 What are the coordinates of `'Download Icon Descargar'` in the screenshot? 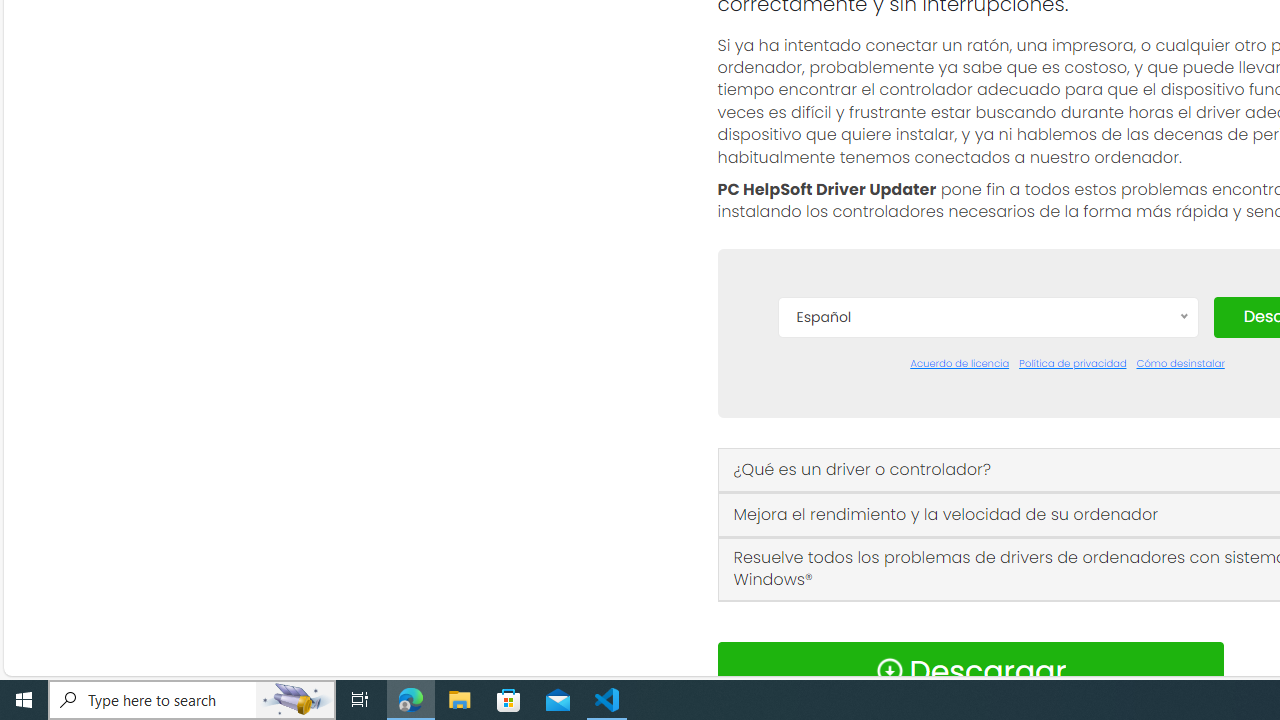 It's located at (970, 671).